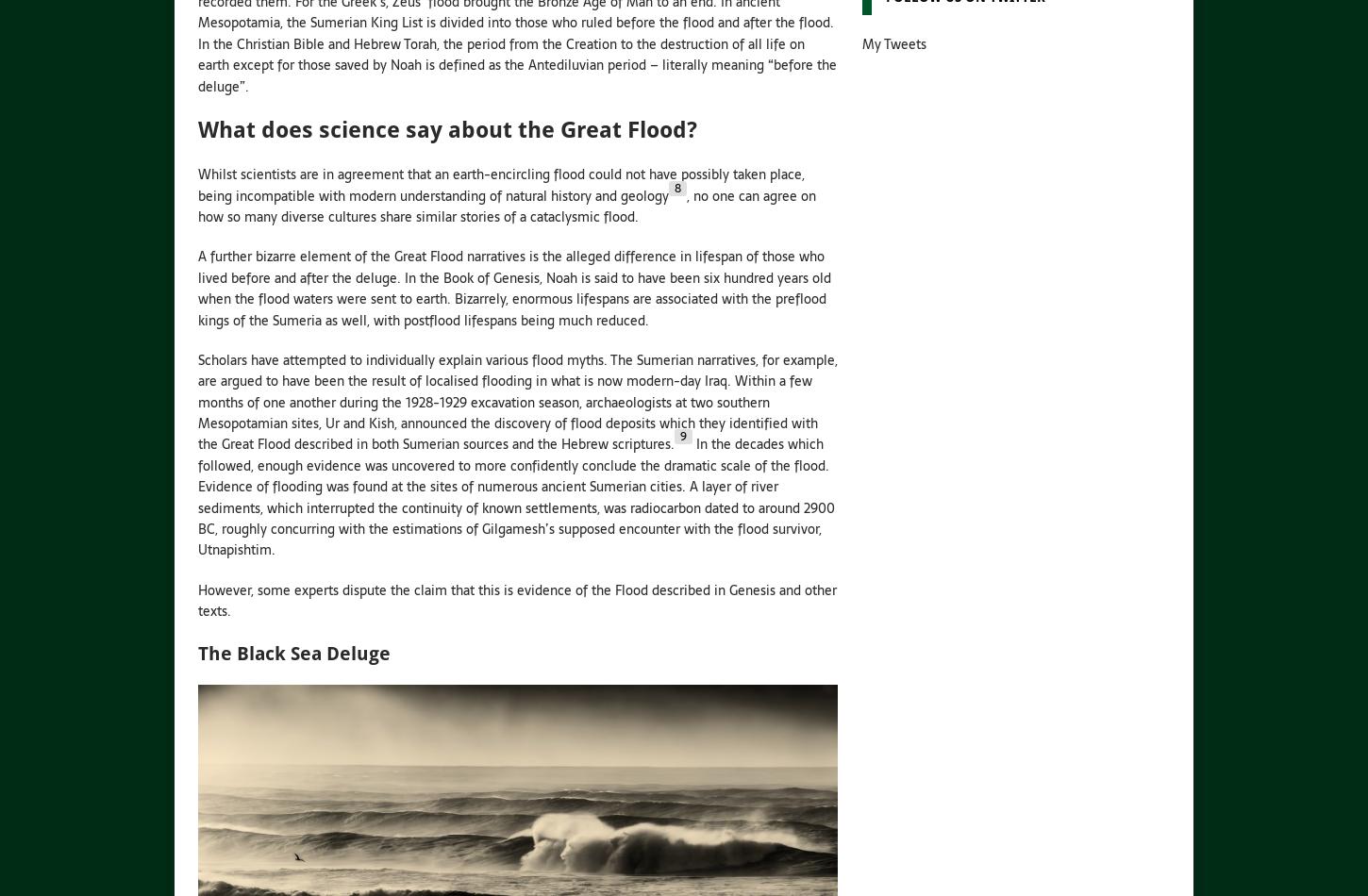 This screenshot has width=1368, height=896. I want to click on 'The Black Sea Deluge', so click(294, 652).